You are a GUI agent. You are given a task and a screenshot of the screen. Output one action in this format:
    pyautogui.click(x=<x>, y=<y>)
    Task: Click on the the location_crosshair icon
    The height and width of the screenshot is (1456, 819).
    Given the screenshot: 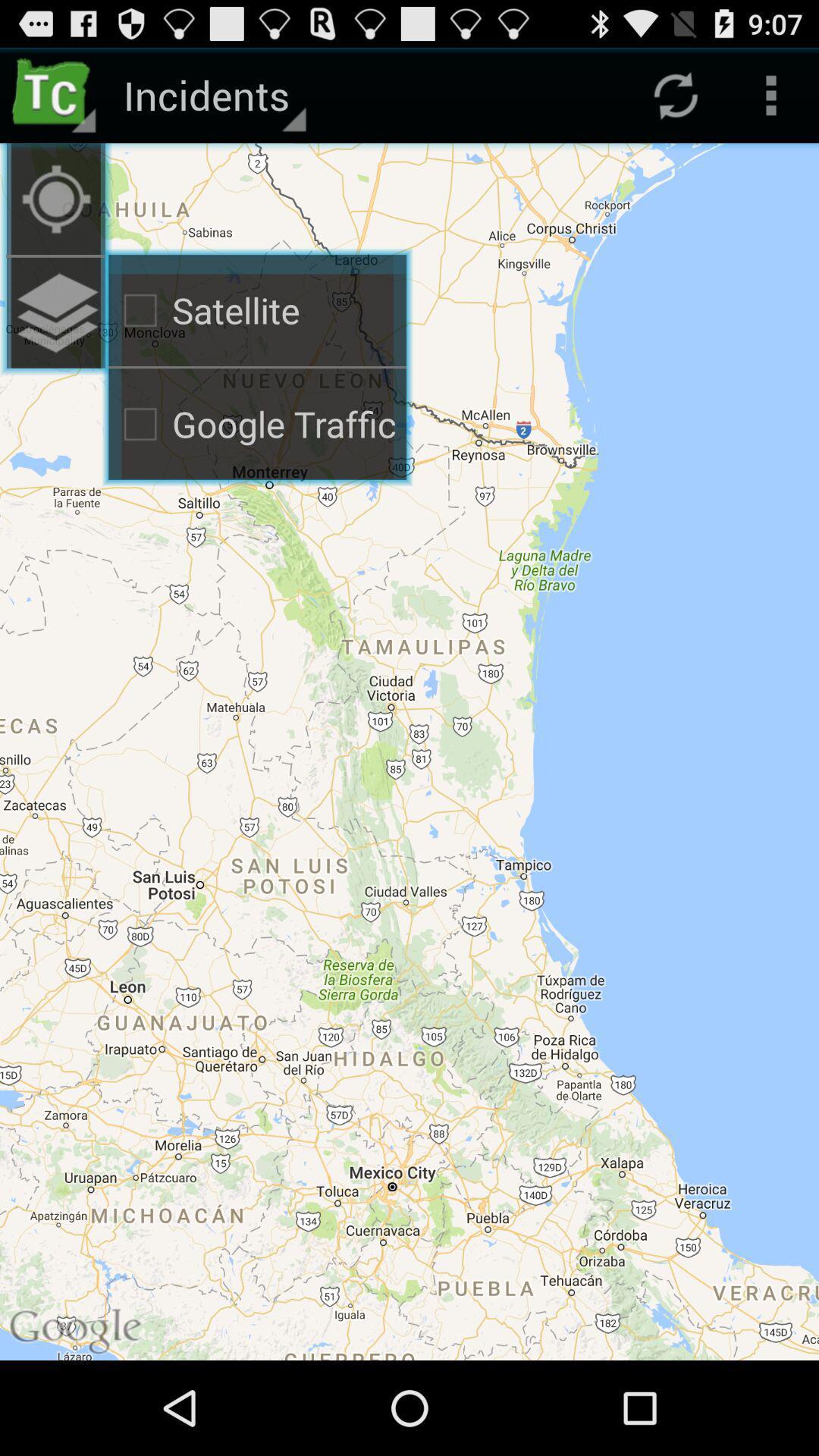 What is the action you would take?
    pyautogui.click(x=55, y=212)
    